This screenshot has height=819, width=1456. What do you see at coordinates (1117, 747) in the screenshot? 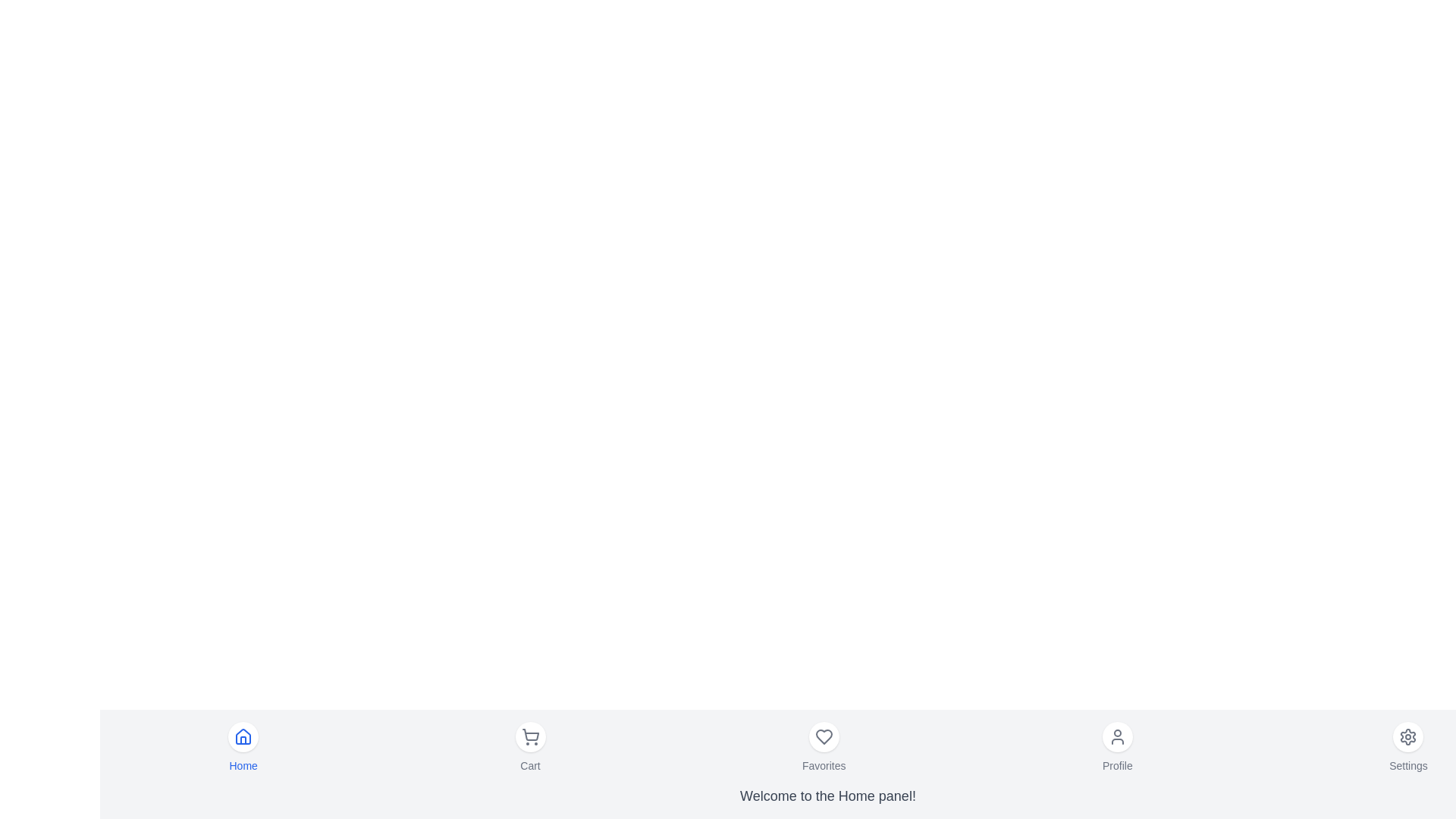
I see `the menu item labeled Profile to observe the hover effect` at bounding box center [1117, 747].